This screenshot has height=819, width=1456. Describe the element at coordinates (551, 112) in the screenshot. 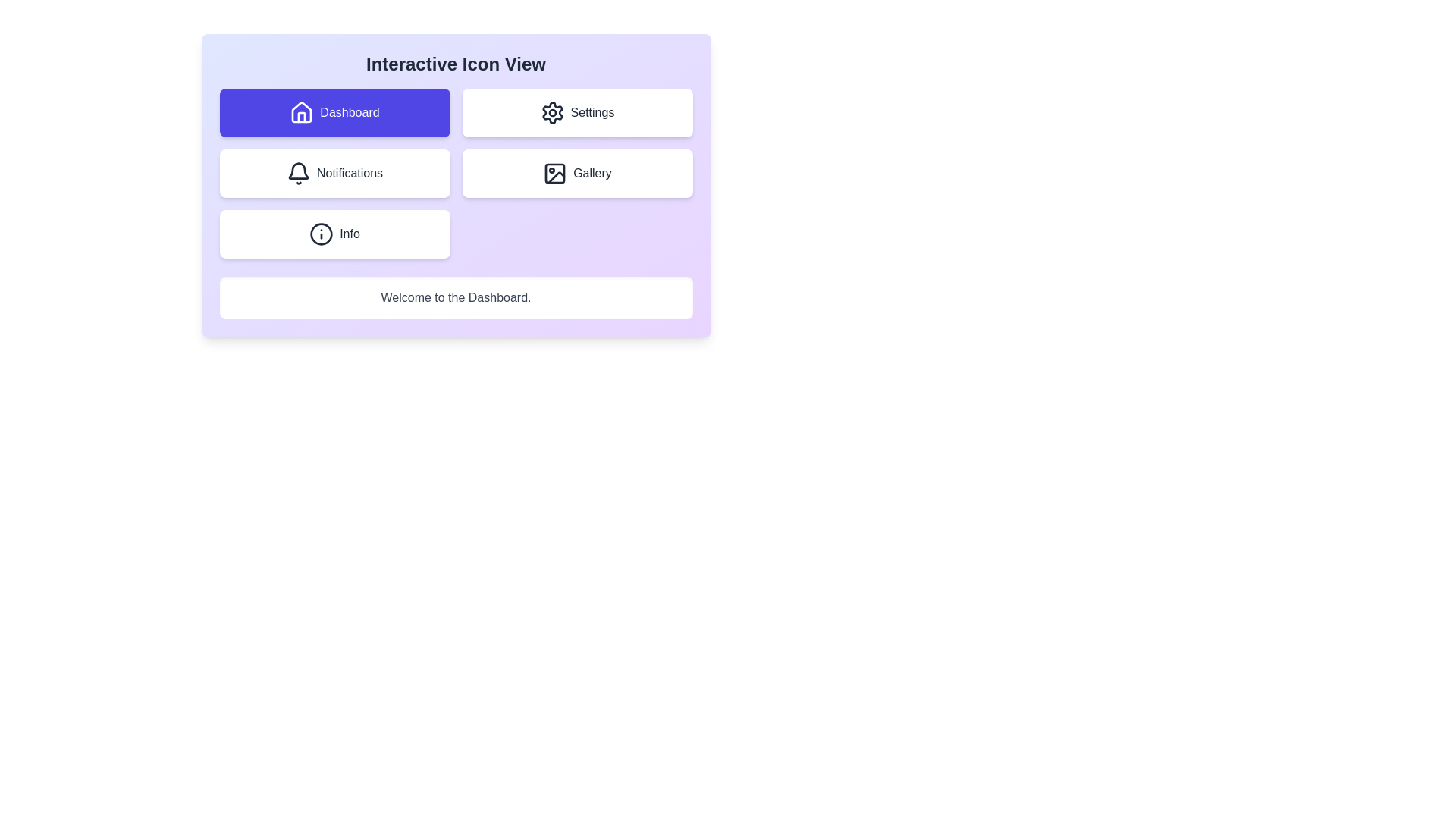

I see `the gear-shaped icon representing settings located` at that location.